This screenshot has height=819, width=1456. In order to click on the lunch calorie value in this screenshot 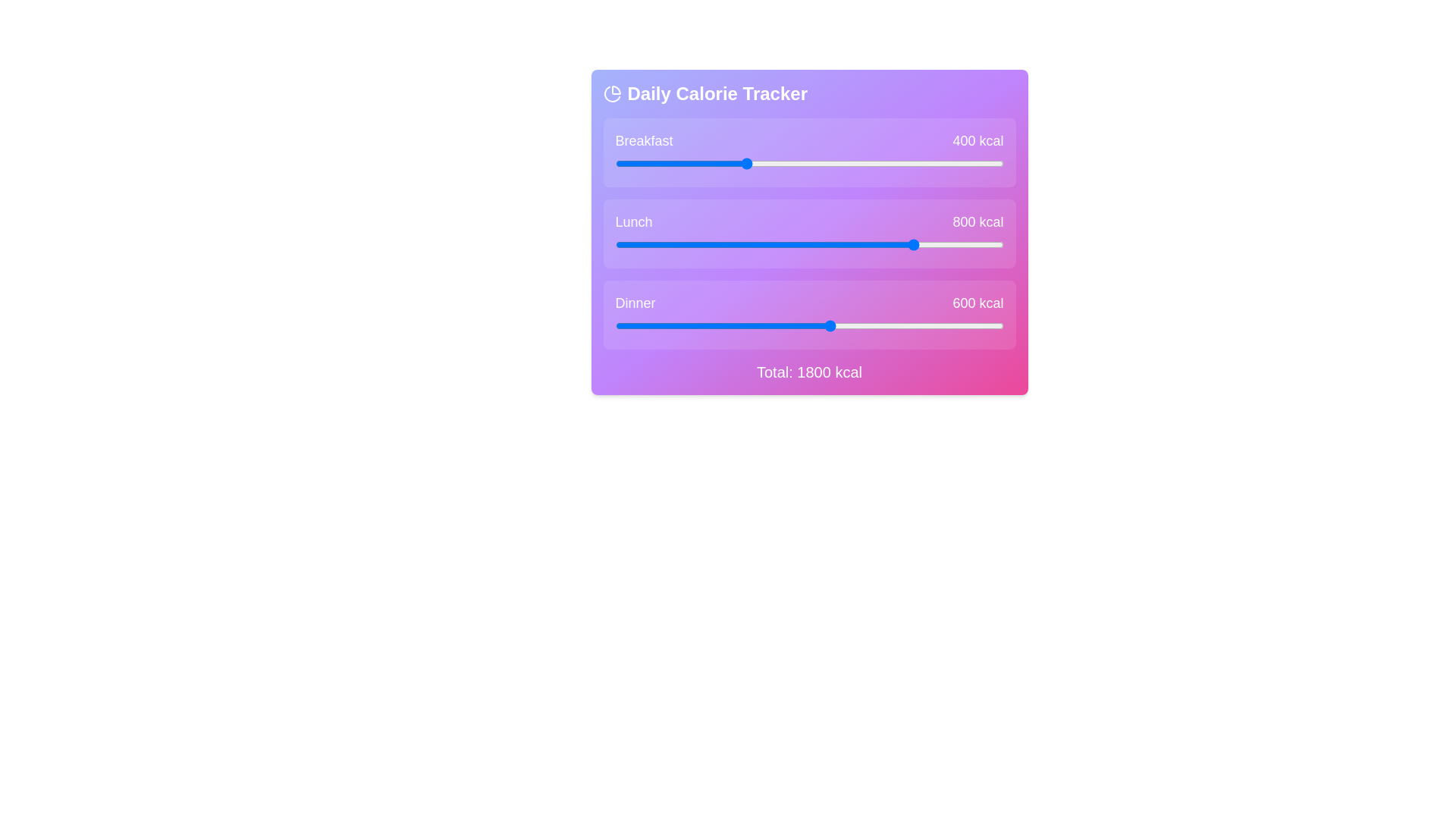, I will do `click(627, 244)`.